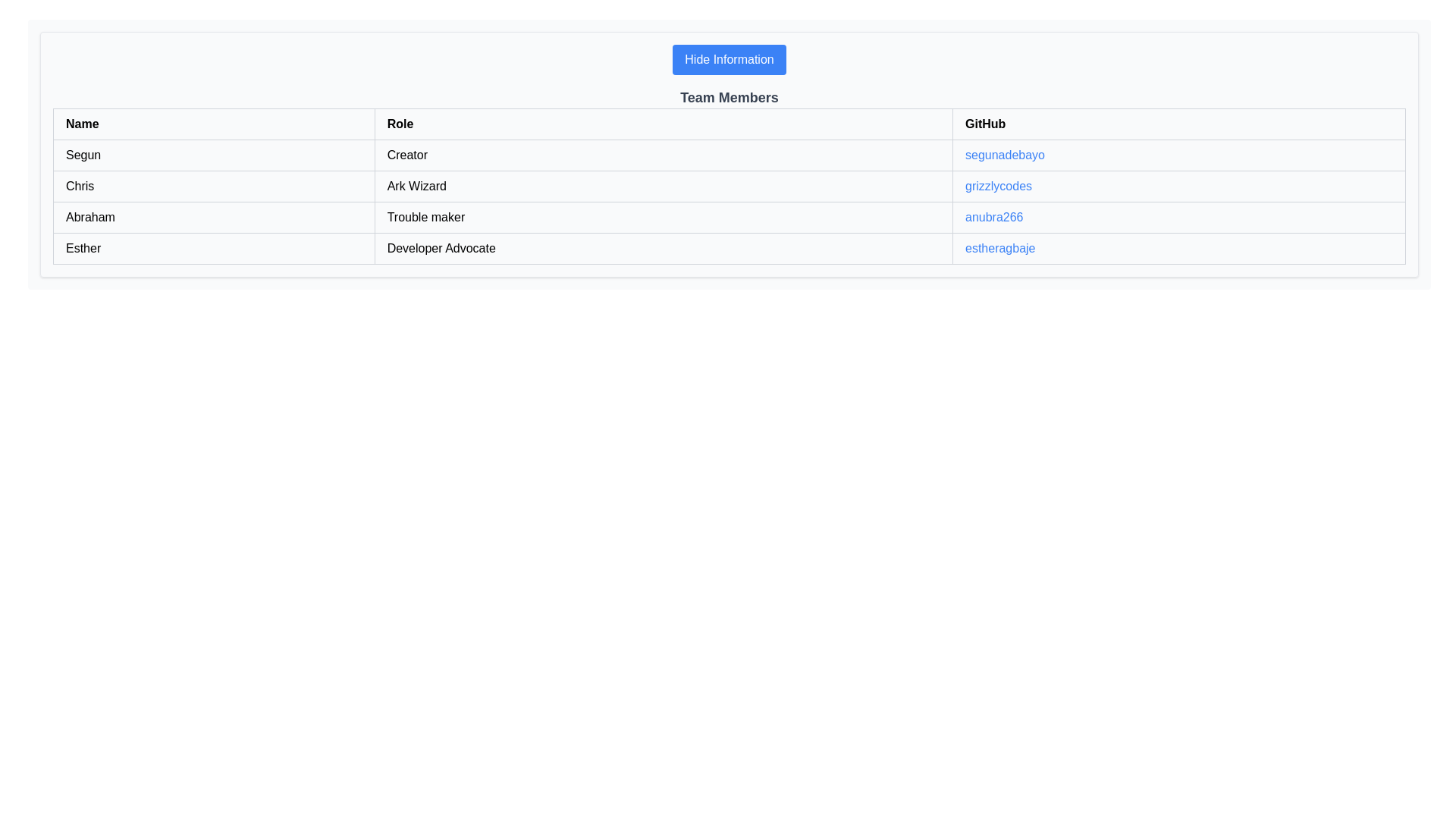 The image size is (1456, 819). I want to click on the hyperlink 'estheragbaje' in the GitHub column of the table, so click(1000, 247).